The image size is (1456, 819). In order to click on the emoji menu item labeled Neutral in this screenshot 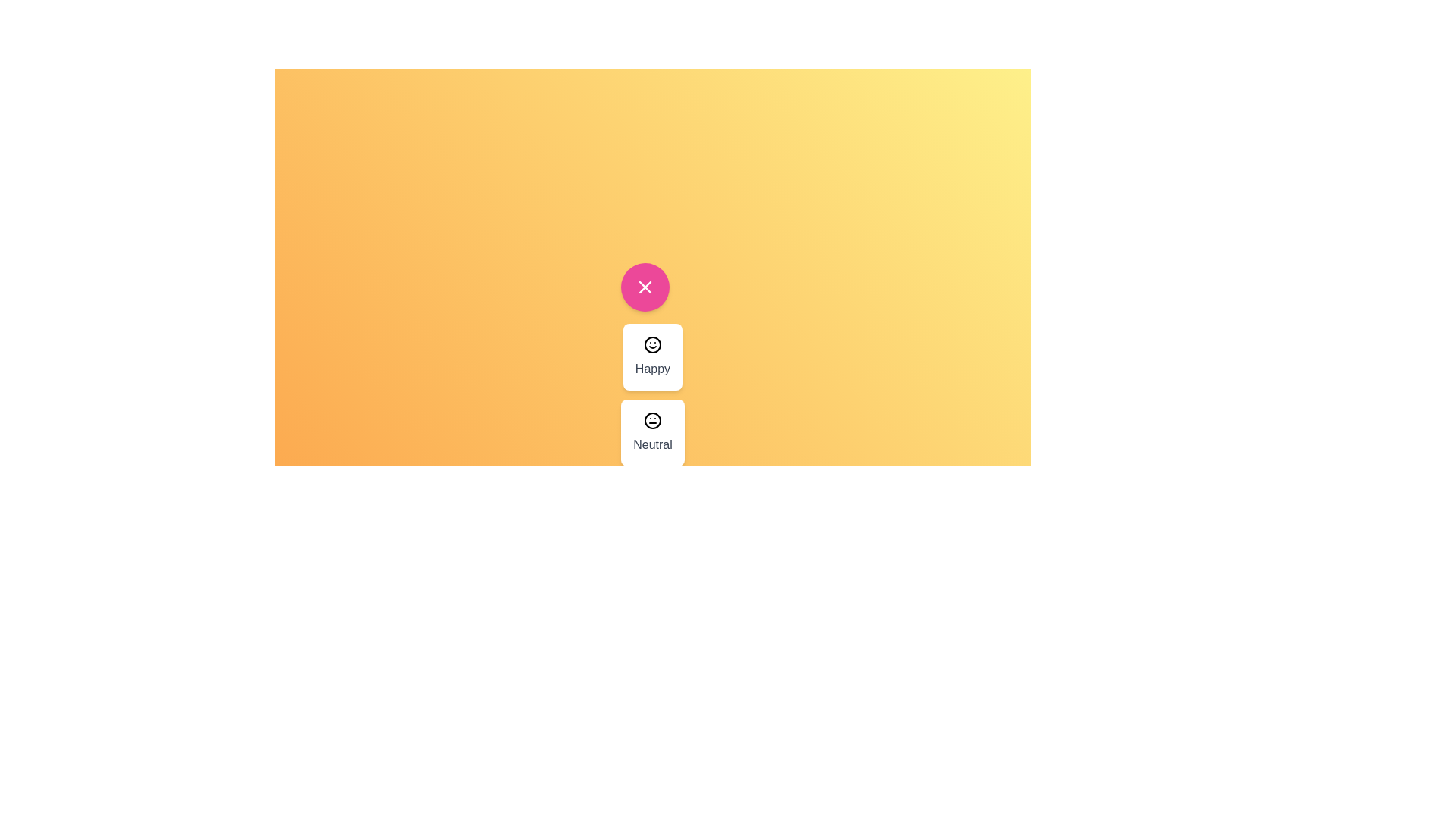, I will do `click(652, 432)`.